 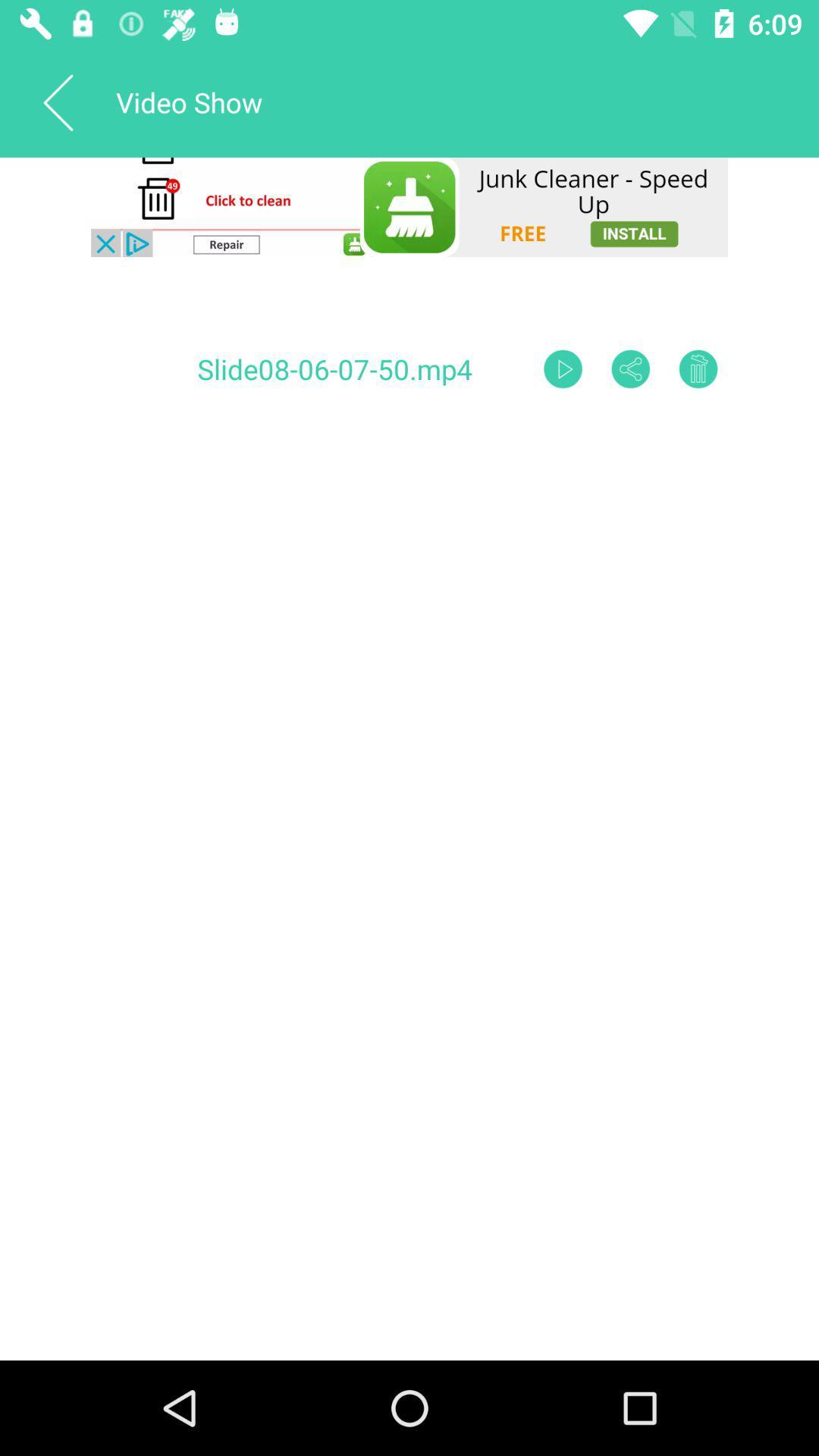 What do you see at coordinates (57, 101) in the screenshot?
I see `go back` at bounding box center [57, 101].